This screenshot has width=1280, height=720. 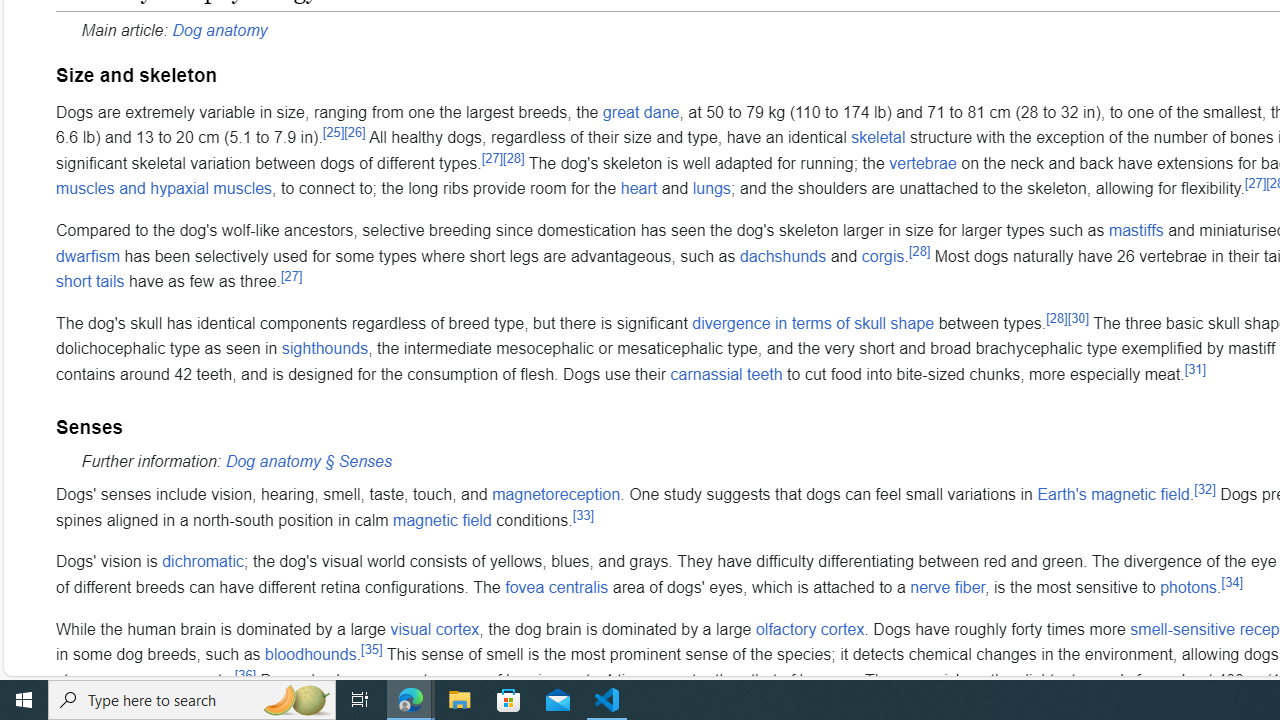 I want to click on '[34]', so click(x=1231, y=581).